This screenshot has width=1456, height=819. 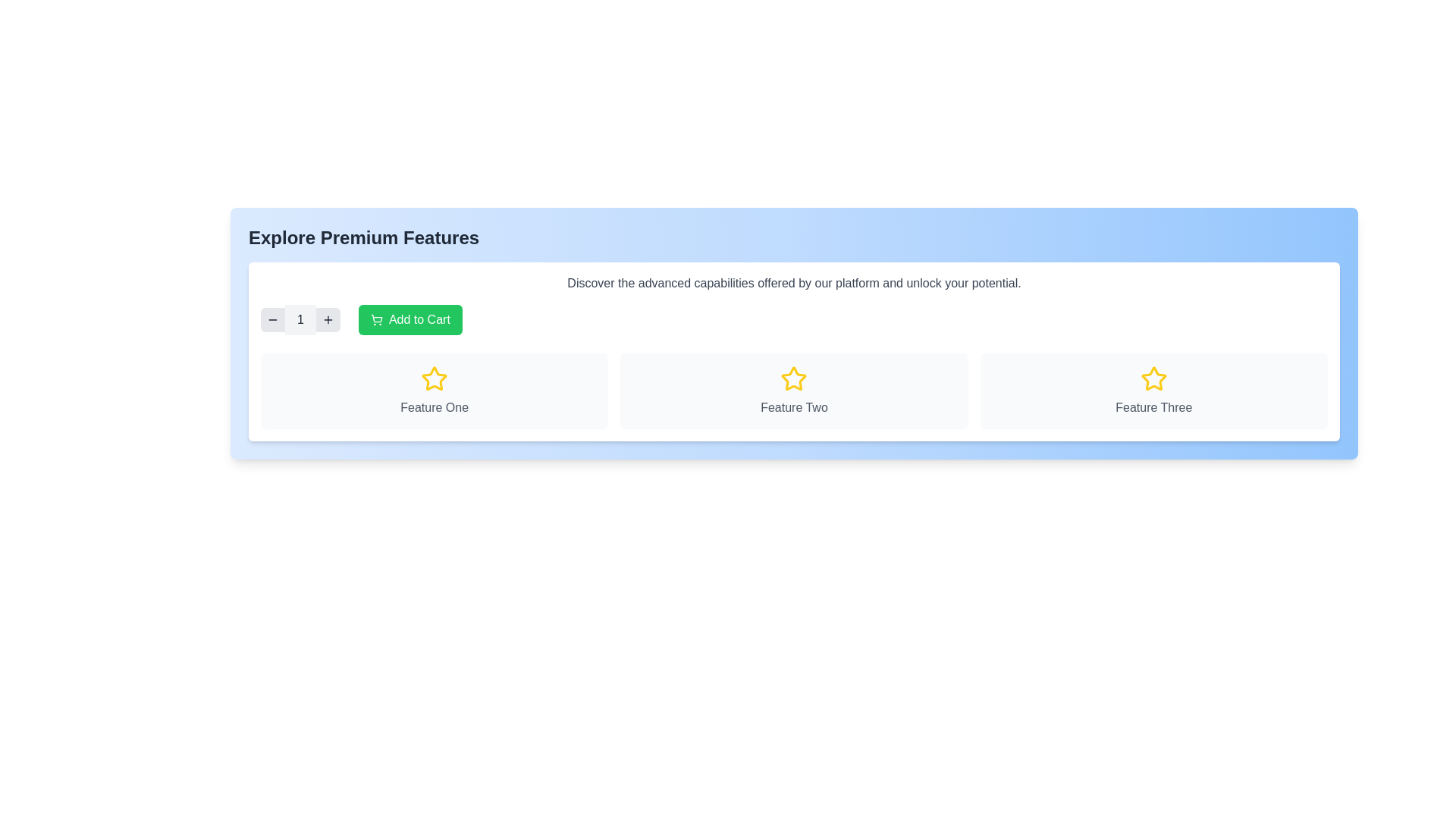 What do you see at coordinates (273, 318) in the screenshot?
I see `the decrement button located to the extreme left of the numeric display labeled '1', which is part of a sequence in the top-left quadrant of the interface card, to decrement the value` at bounding box center [273, 318].